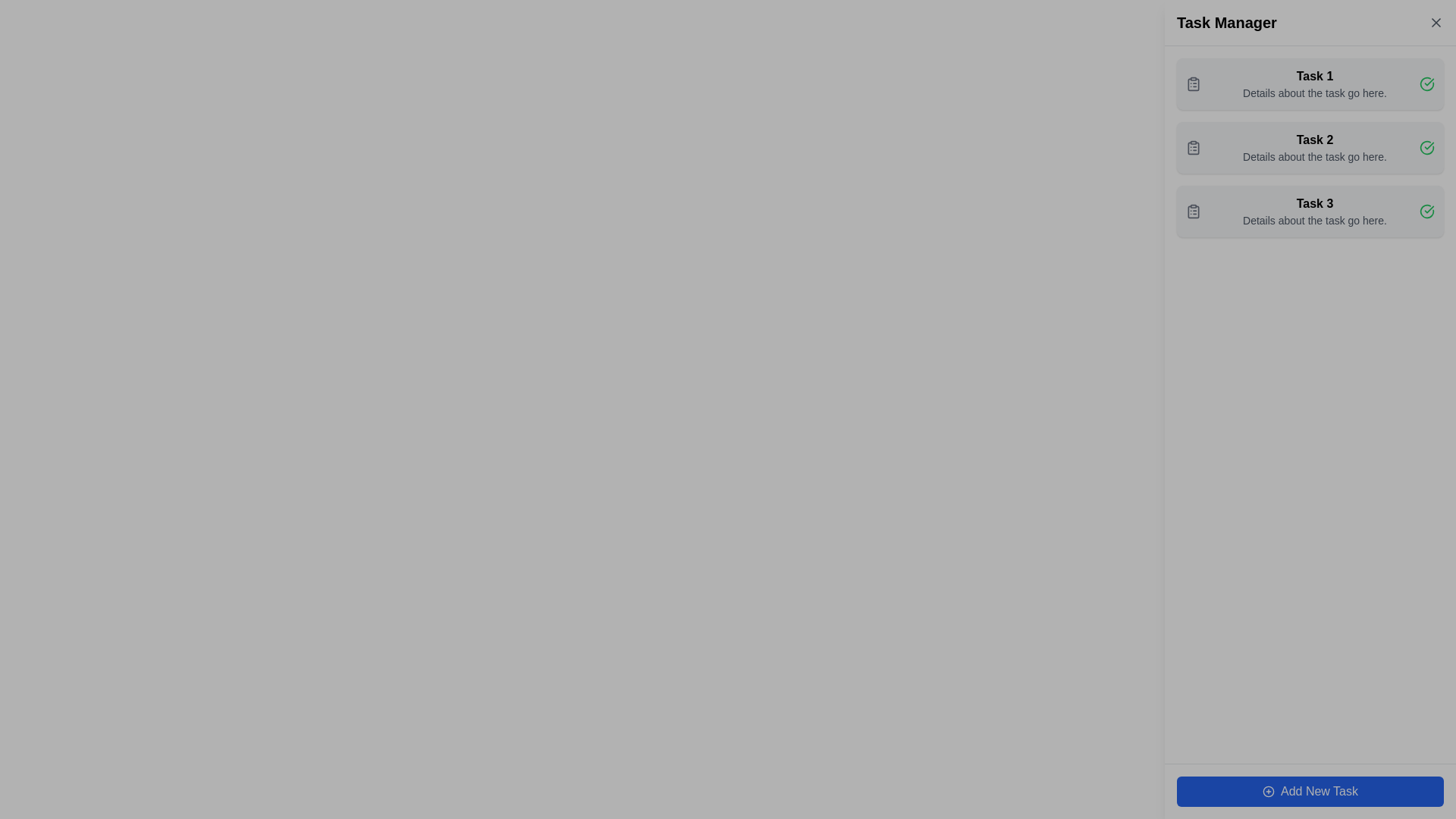  Describe the element at coordinates (1313, 211) in the screenshot. I see `the Text Block element displaying 'Task 3' which is styled with a light gray background and contains descriptive text about the task` at that location.